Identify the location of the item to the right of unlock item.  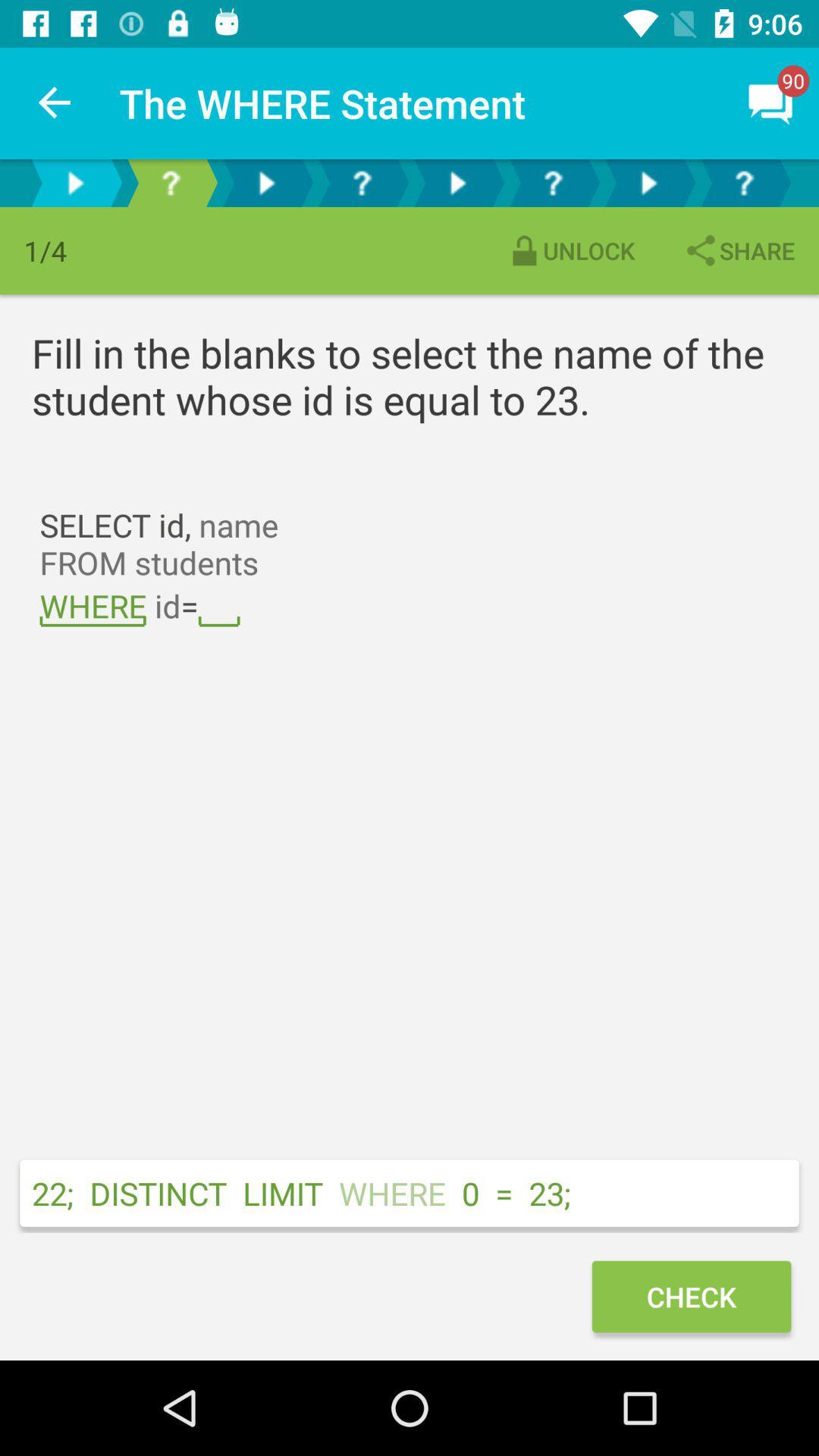
(738, 250).